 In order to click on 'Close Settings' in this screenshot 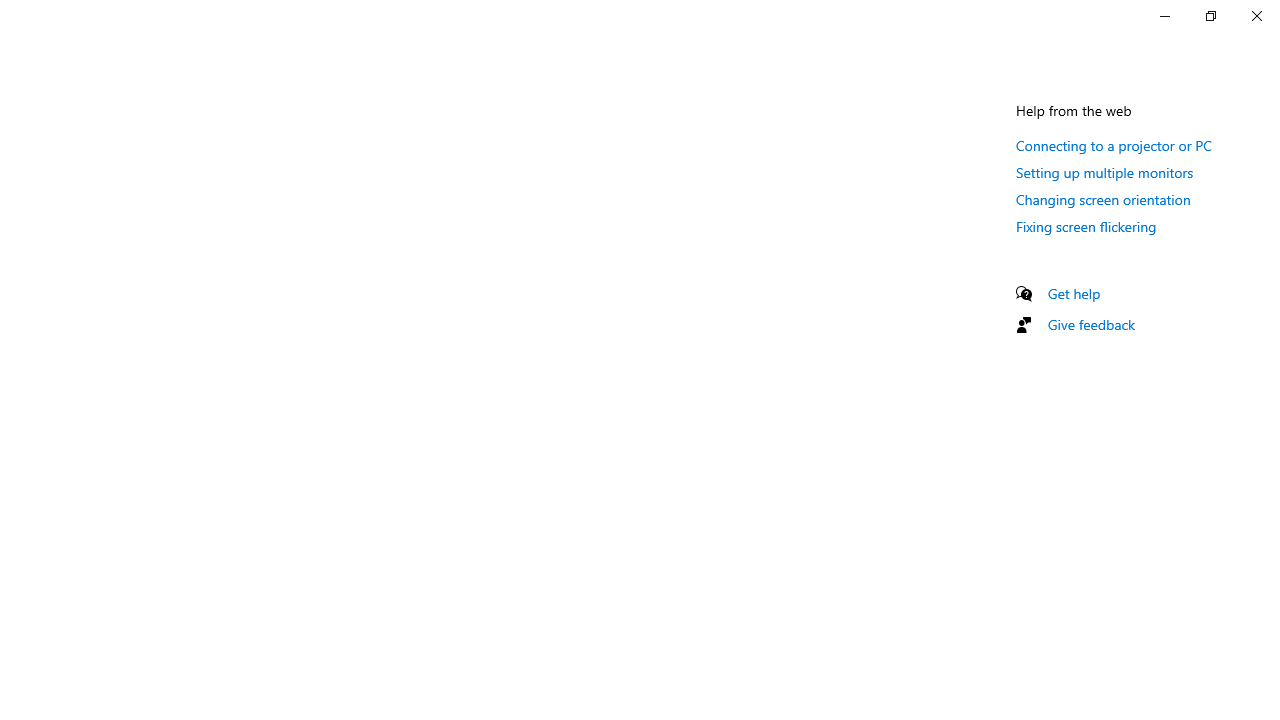, I will do `click(1255, 15)`.